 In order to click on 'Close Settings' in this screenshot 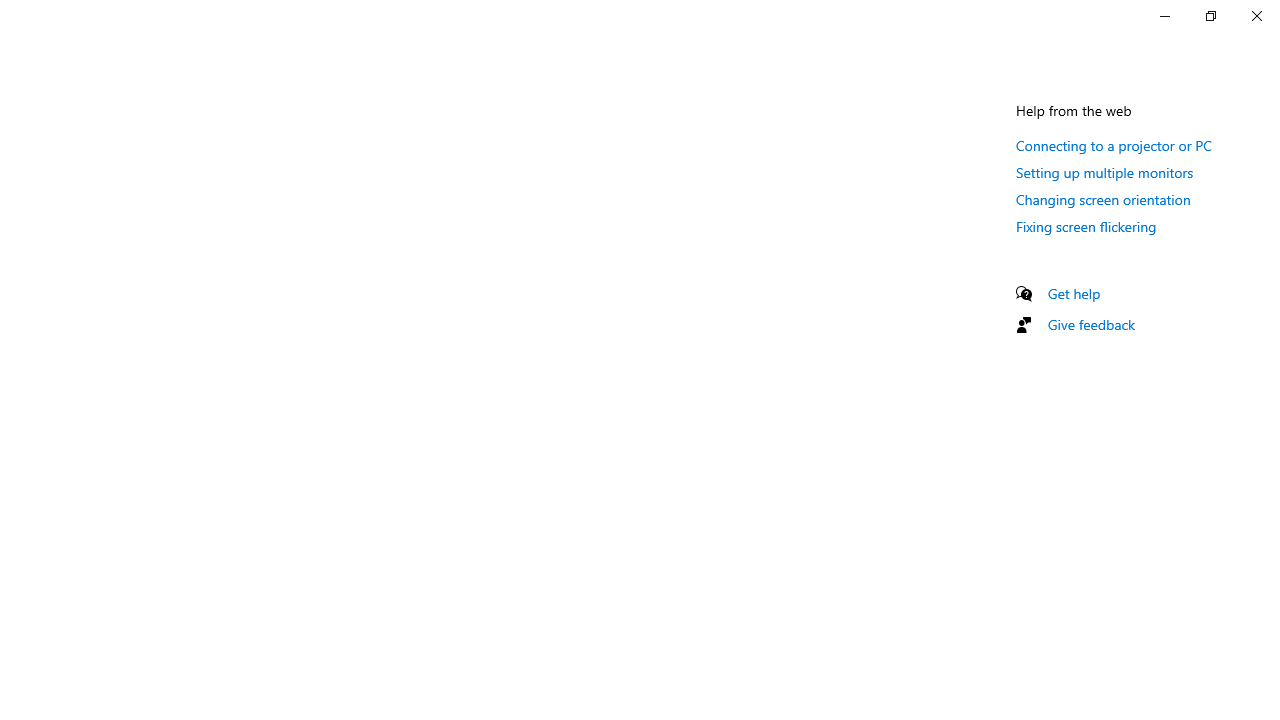, I will do `click(1255, 15)`.